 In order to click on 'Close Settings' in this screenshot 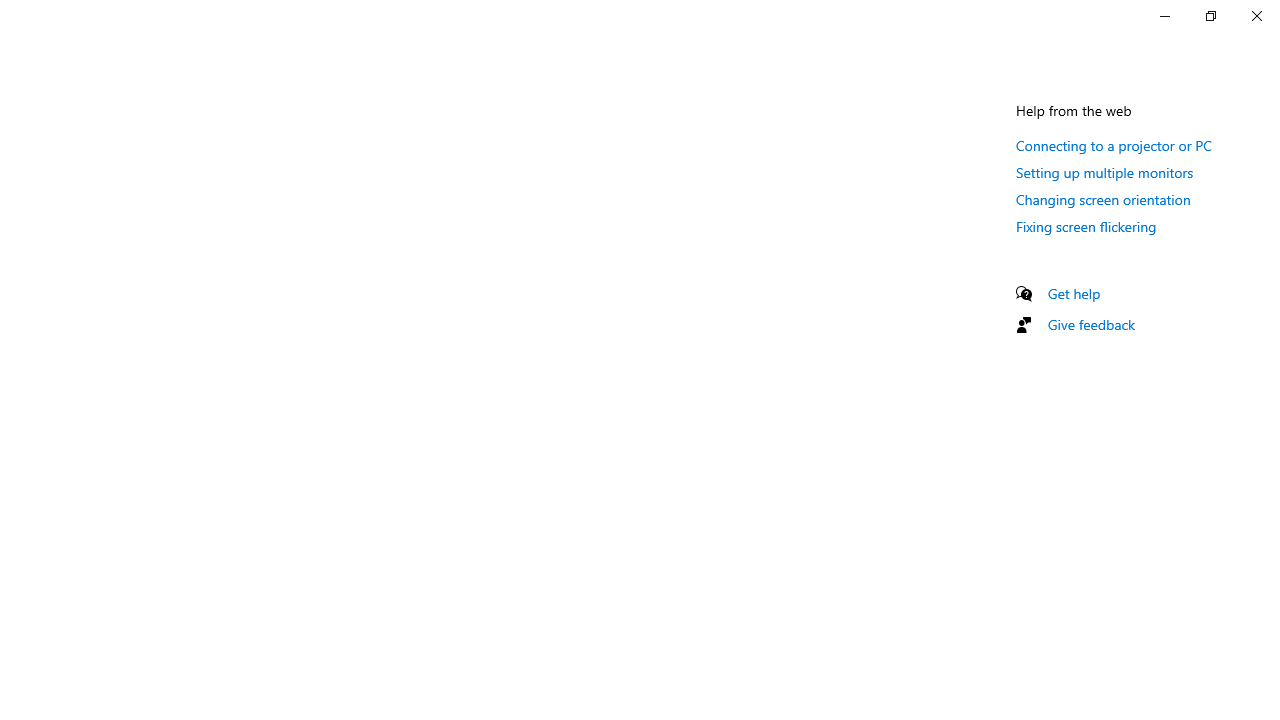, I will do `click(1255, 15)`.